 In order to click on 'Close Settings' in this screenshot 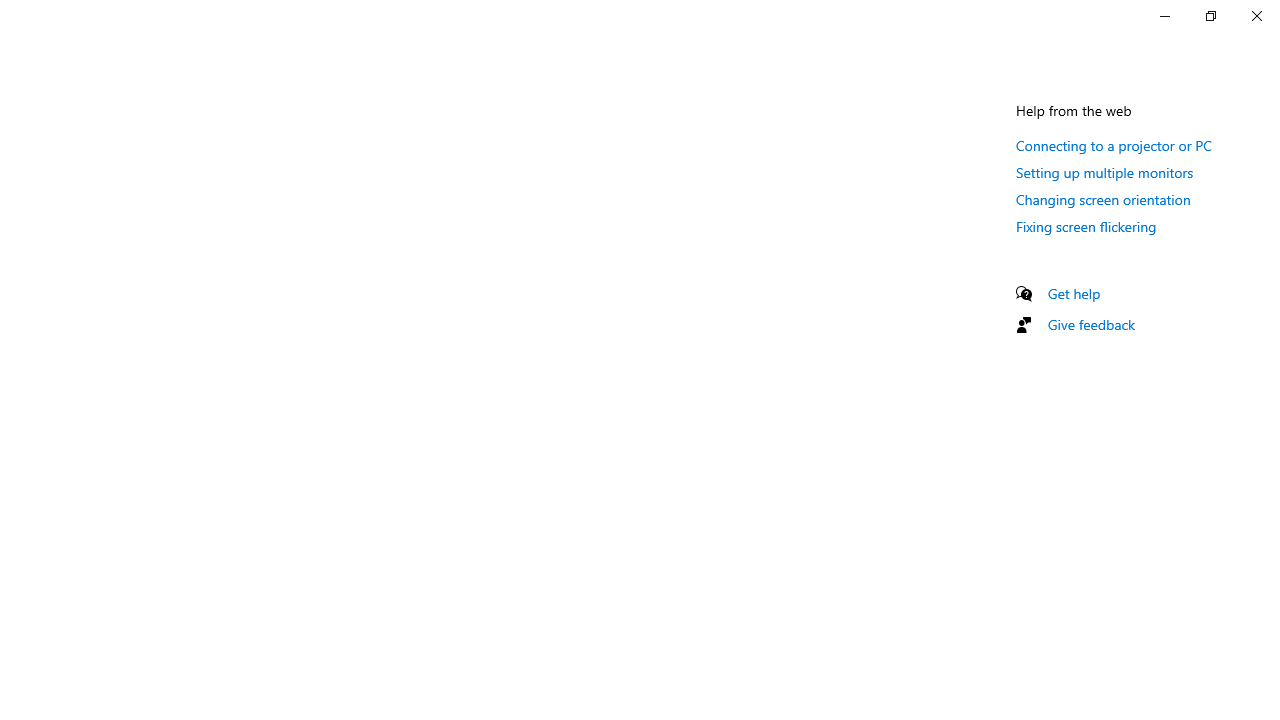, I will do `click(1255, 15)`.